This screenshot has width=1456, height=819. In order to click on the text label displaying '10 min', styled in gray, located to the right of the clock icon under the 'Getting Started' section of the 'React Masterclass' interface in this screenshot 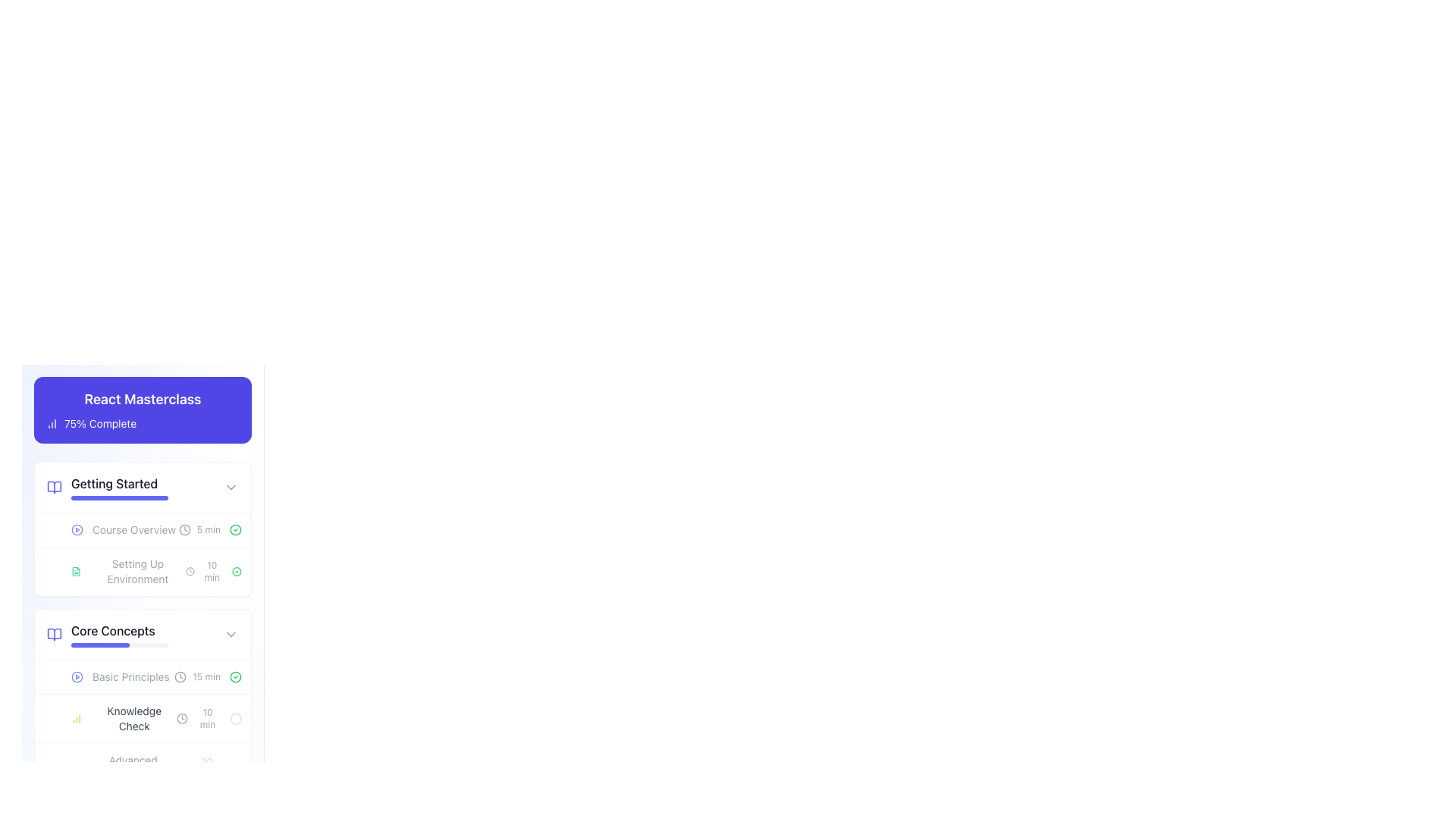, I will do `click(203, 571)`.